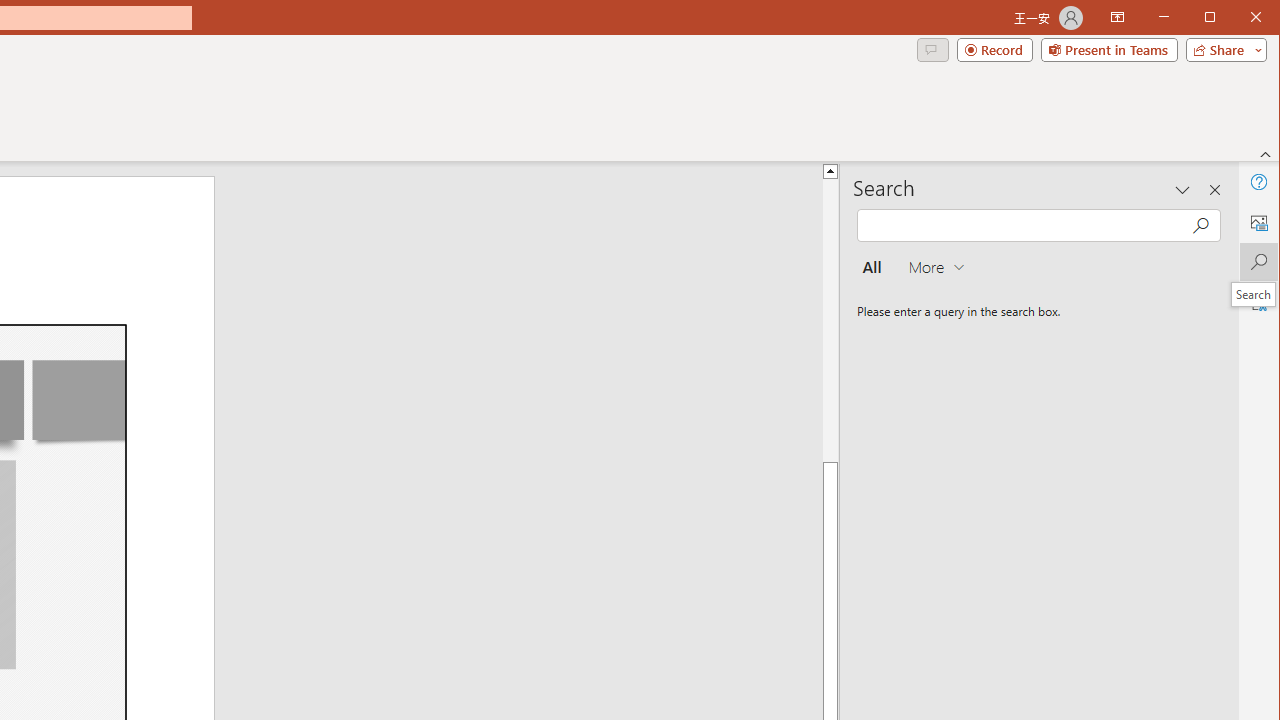 Image resolution: width=1280 pixels, height=720 pixels. I want to click on 'Maximize', so click(1238, 19).